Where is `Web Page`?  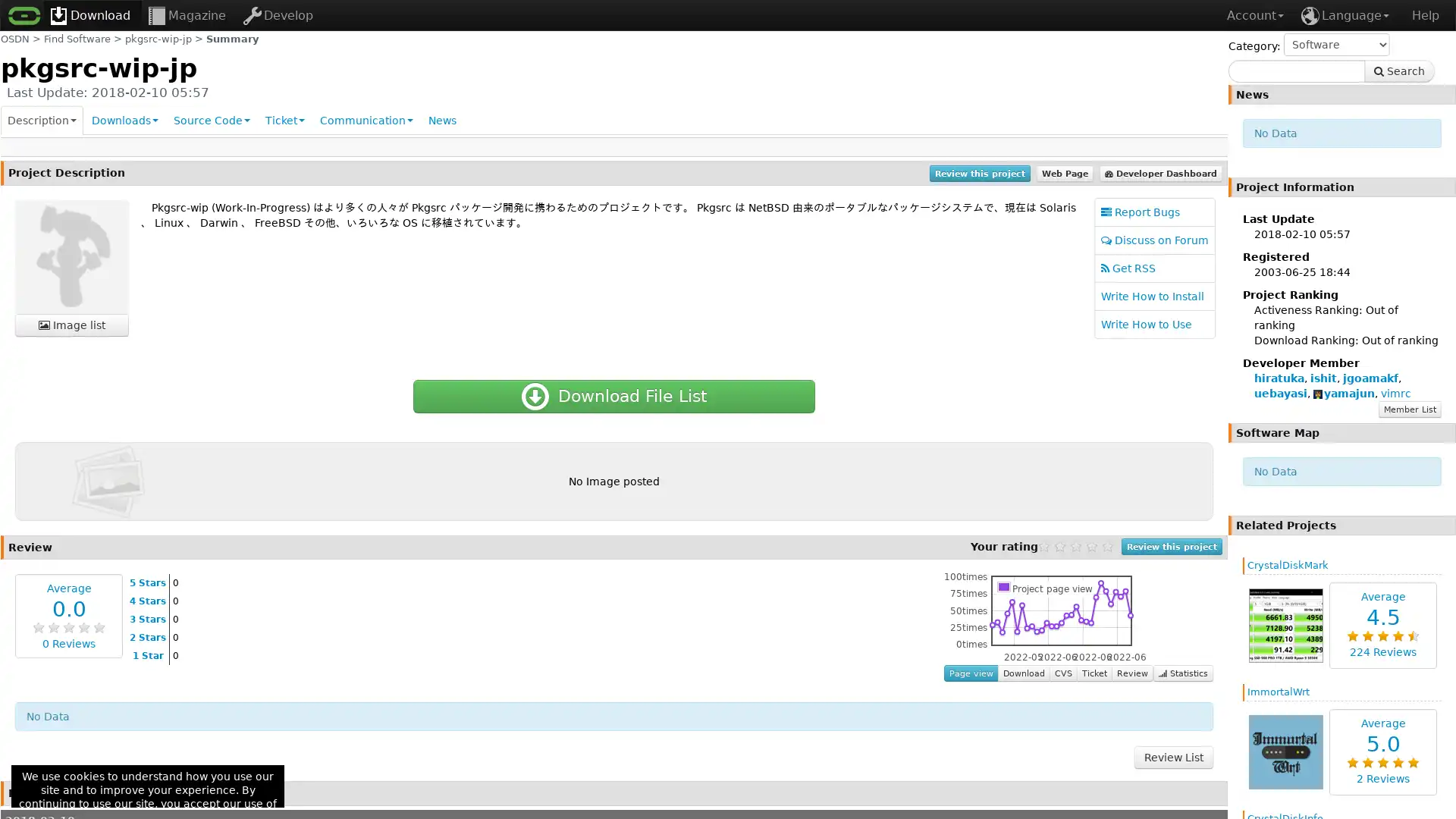
Web Page is located at coordinates (1064, 172).